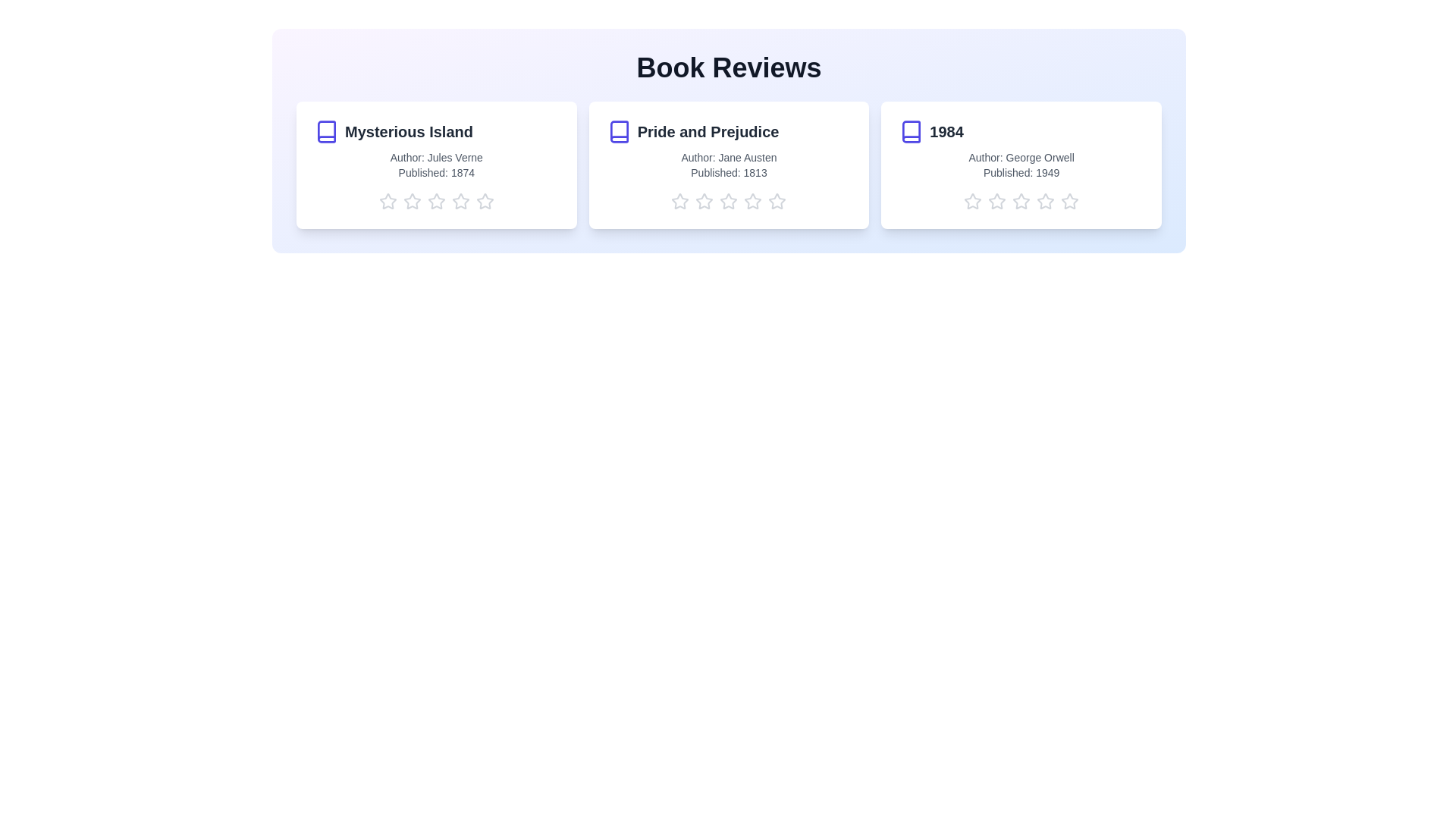 The height and width of the screenshot is (819, 1456). What do you see at coordinates (910, 130) in the screenshot?
I see `the book icon of the book titled 1984` at bounding box center [910, 130].